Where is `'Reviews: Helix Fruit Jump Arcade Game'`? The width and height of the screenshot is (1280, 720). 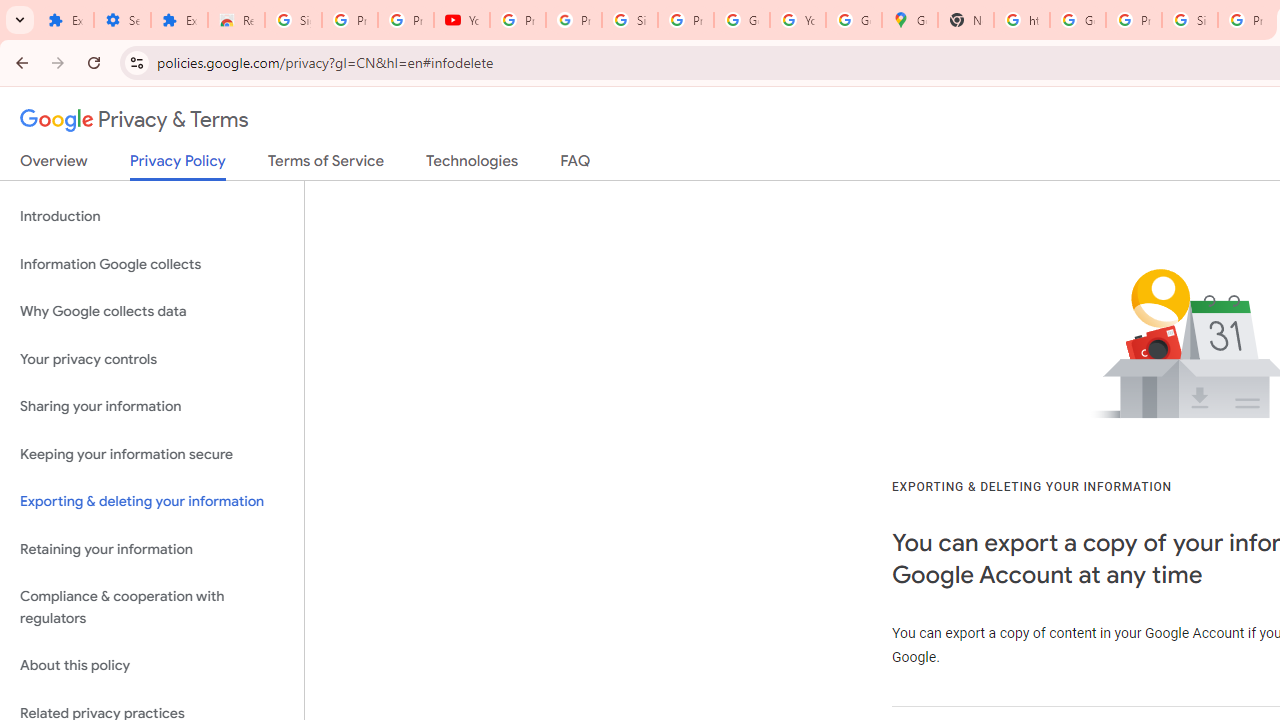
'Reviews: Helix Fruit Jump Arcade Game' is located at coordinates (236, 20).